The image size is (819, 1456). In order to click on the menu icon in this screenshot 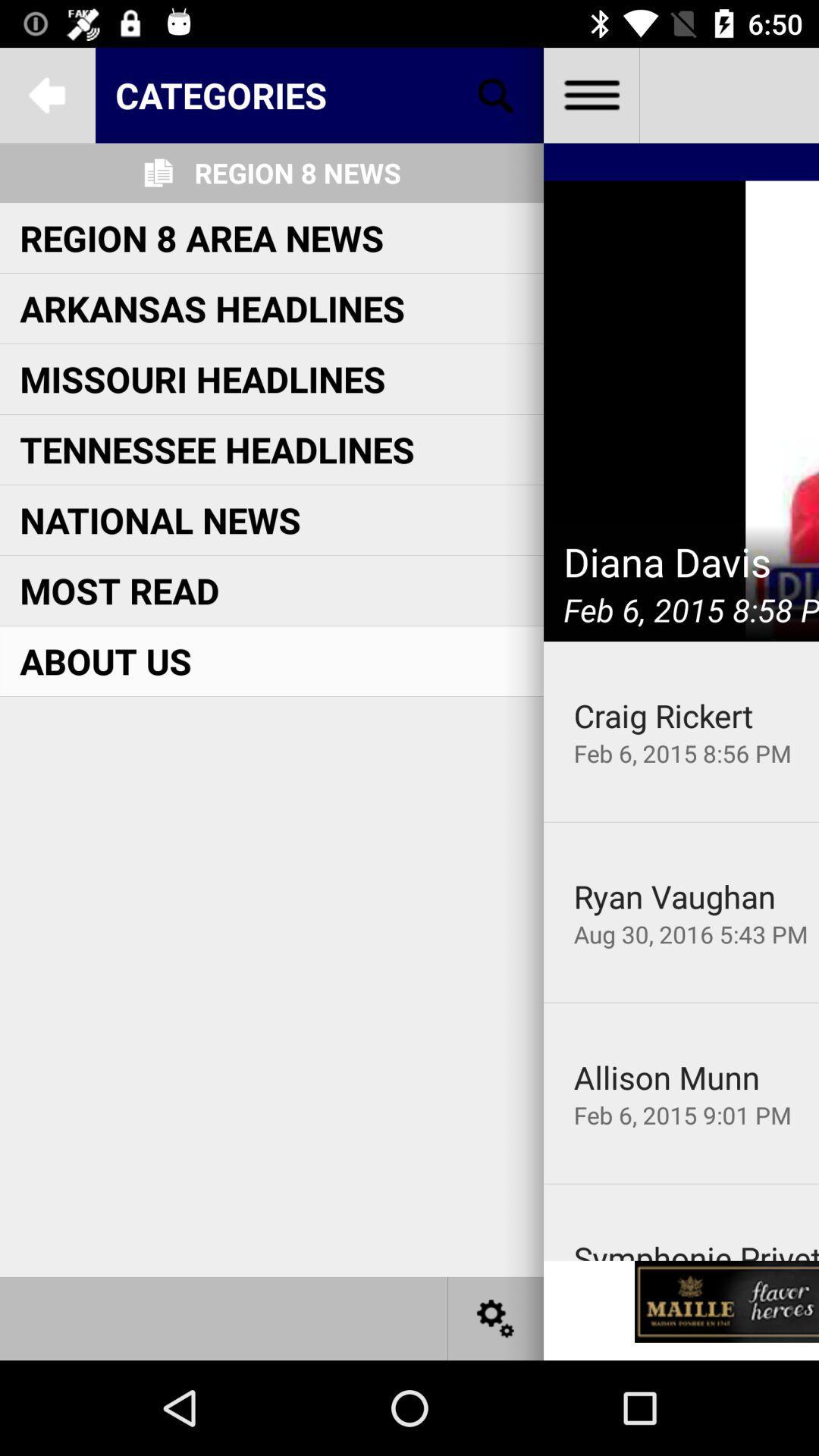, I will do `click(590, 94)`.